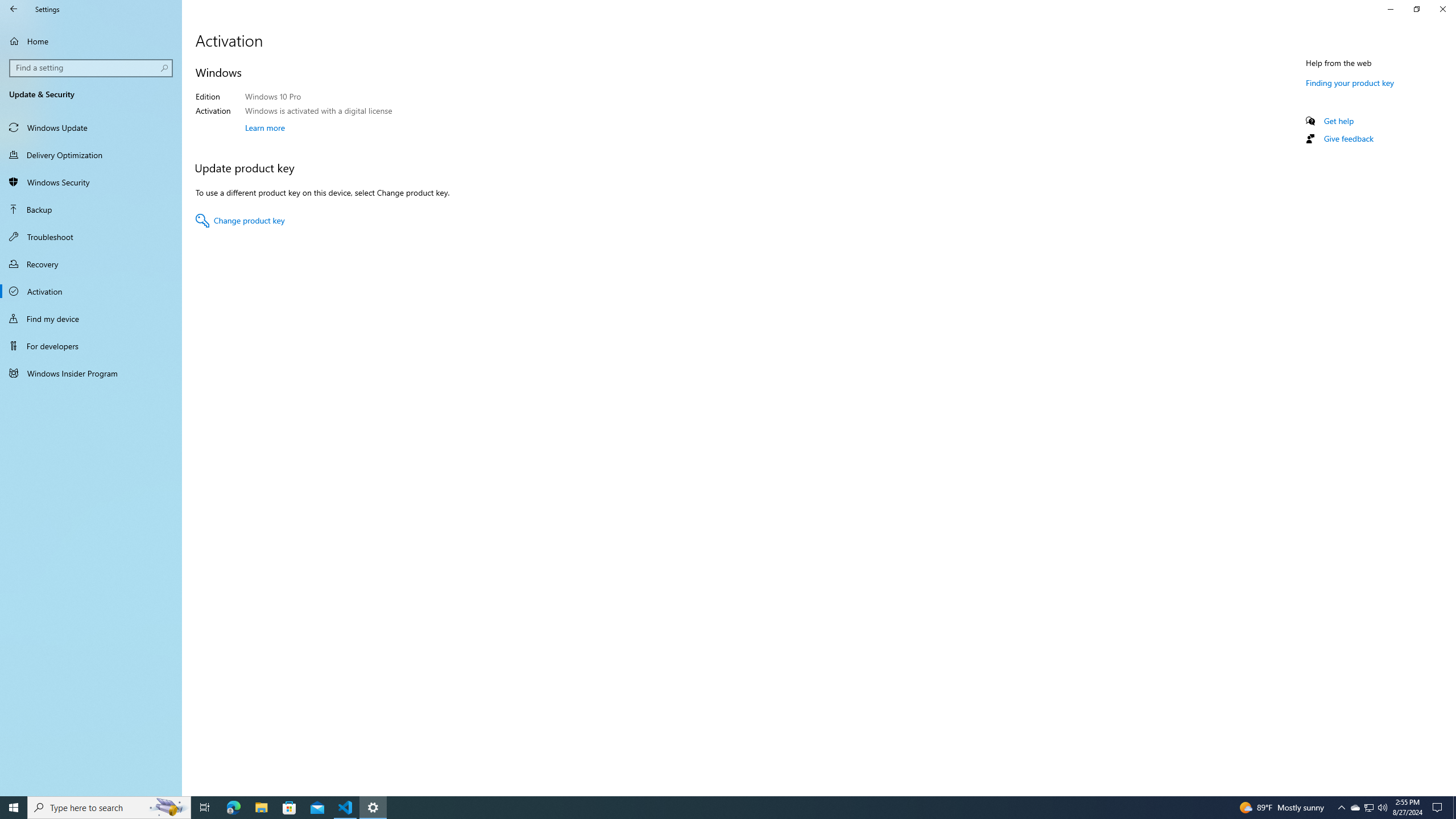 Image resolution: width=1456 pixels, height=819 pixels. What do you see at coordinates (90, 126) in the screenshot?
I see `'Windows Update'` at bounding box center [90, 126].